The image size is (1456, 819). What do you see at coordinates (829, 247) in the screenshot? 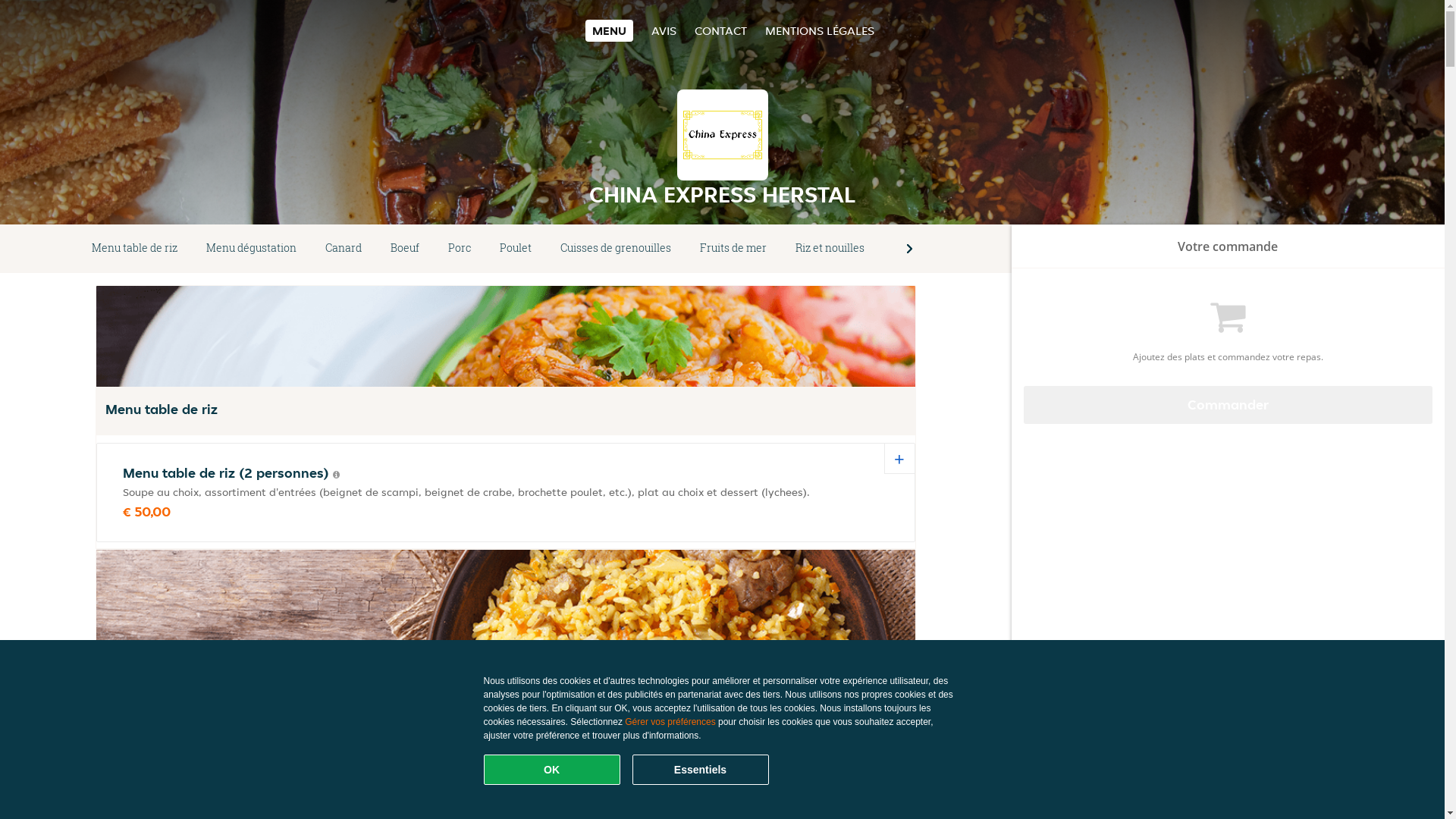
I see `'Riz et nouilles'` at bounding box center [829, 247].